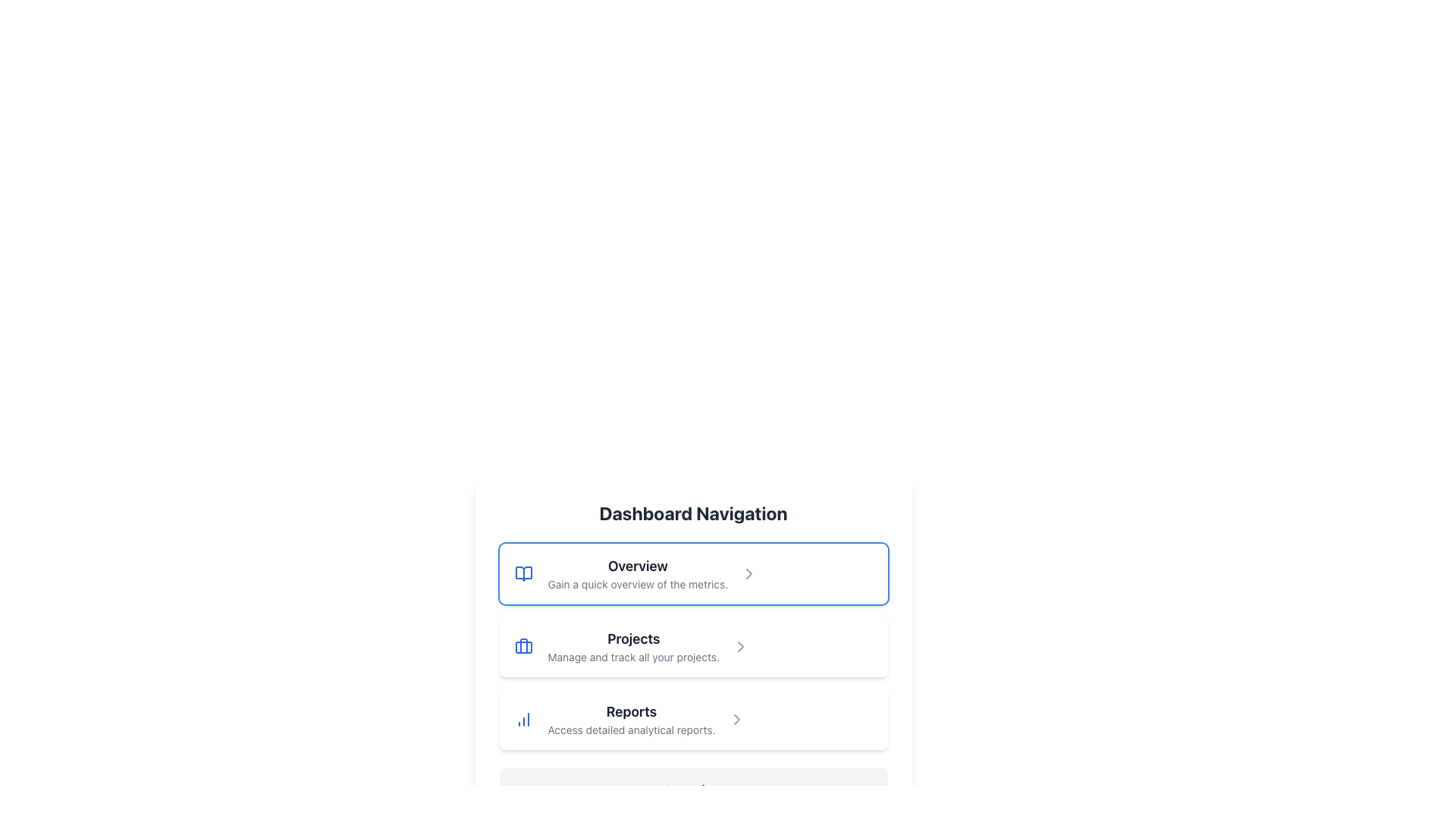  Describe the element at coordinates (523, 718) in the screenshot. I see `the 'Reports' icon in the navigation menu, which is located to the left of the text label 'Reports'` at that location.